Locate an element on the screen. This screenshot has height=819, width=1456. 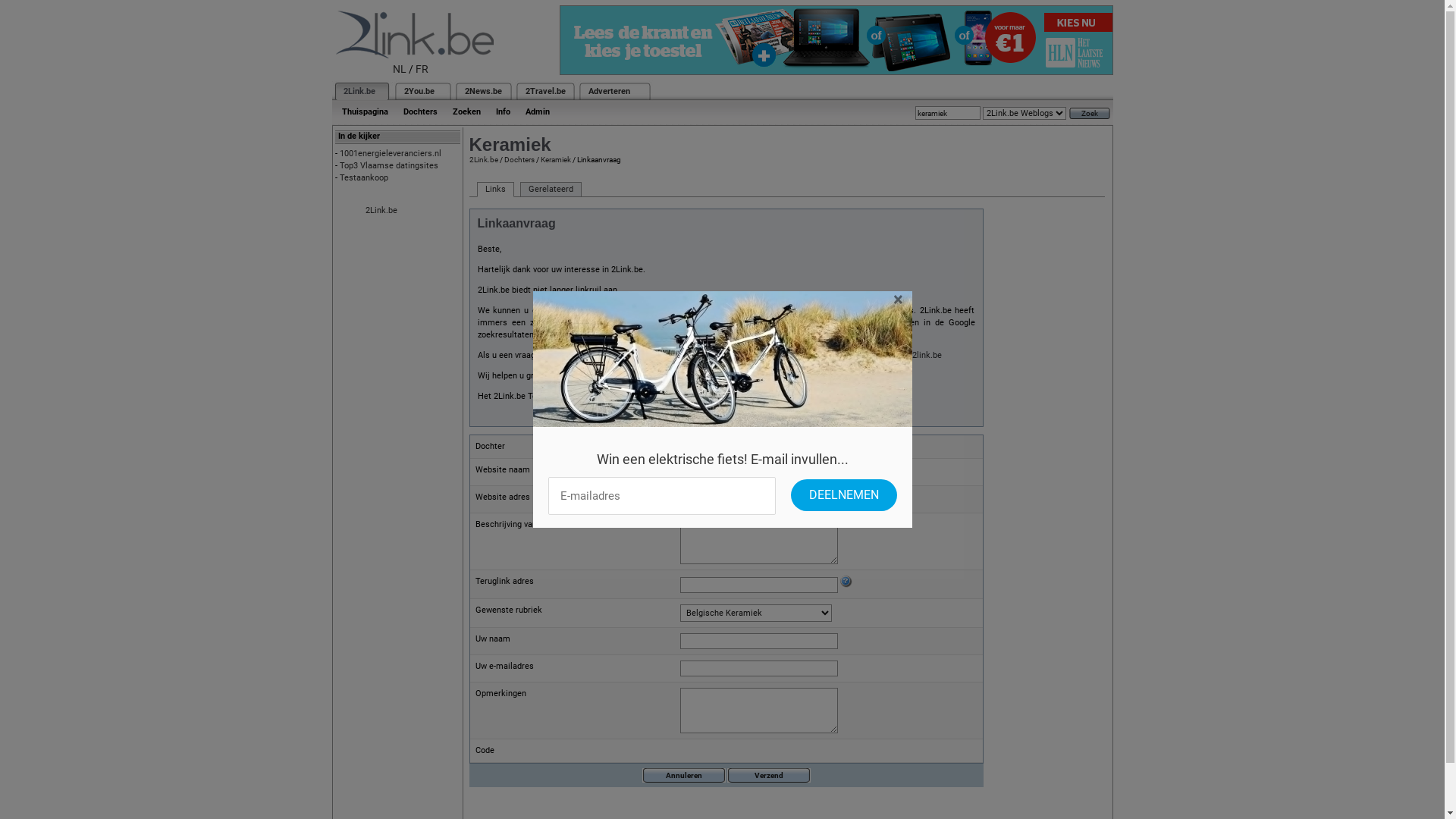
'Zoek' is located at coordinates (1068, 112).